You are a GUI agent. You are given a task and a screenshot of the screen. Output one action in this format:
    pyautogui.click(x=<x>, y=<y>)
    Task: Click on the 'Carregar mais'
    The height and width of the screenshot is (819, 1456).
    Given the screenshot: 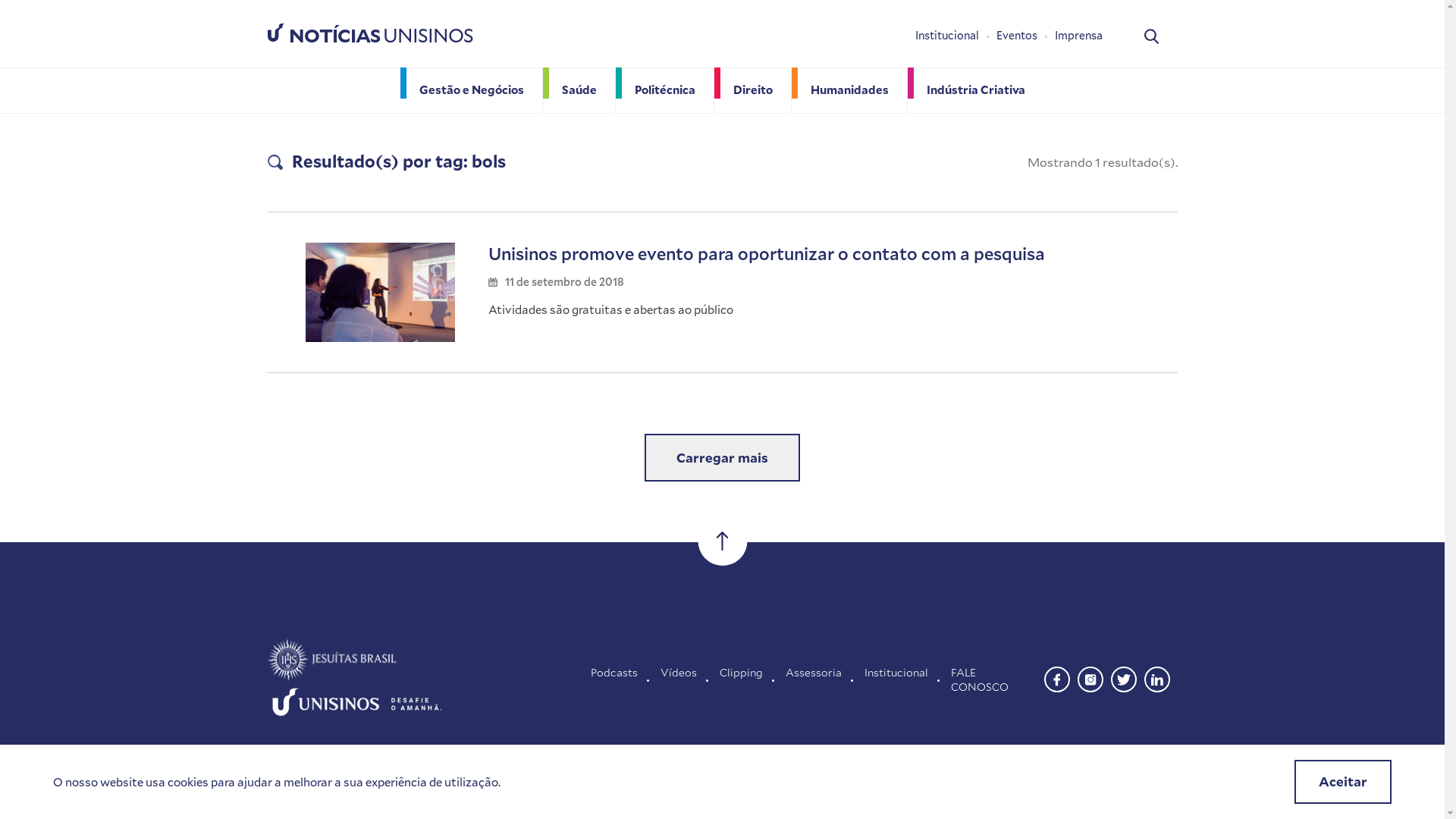 What is the action you would take?
    pyautogui.click(x=721, y=457)
    